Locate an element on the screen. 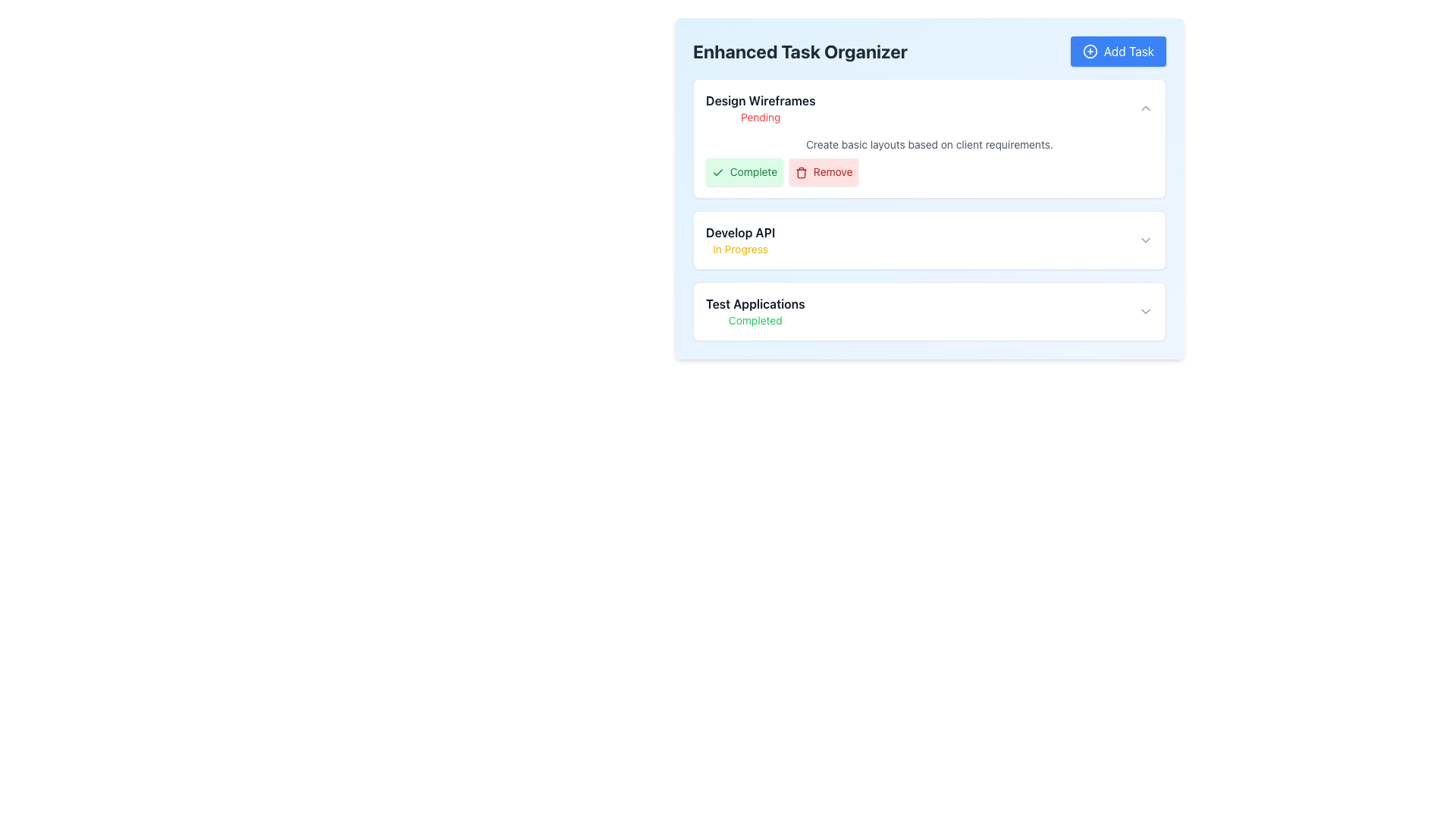 This screenshot has height=819, width=1456. the status indicator text label is located at coordinates (755, 320).